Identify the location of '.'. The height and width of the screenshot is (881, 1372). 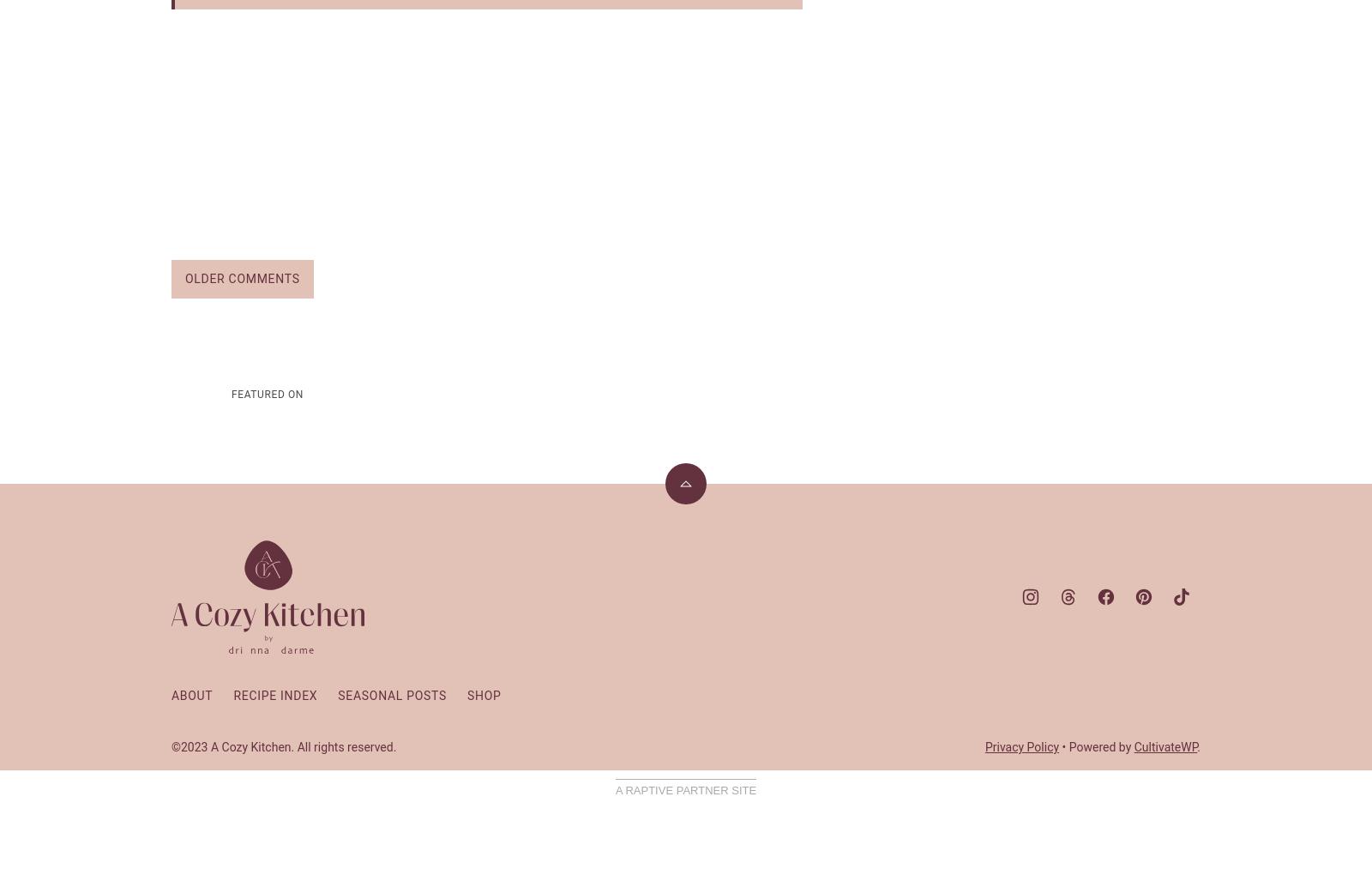
(1198, 745).